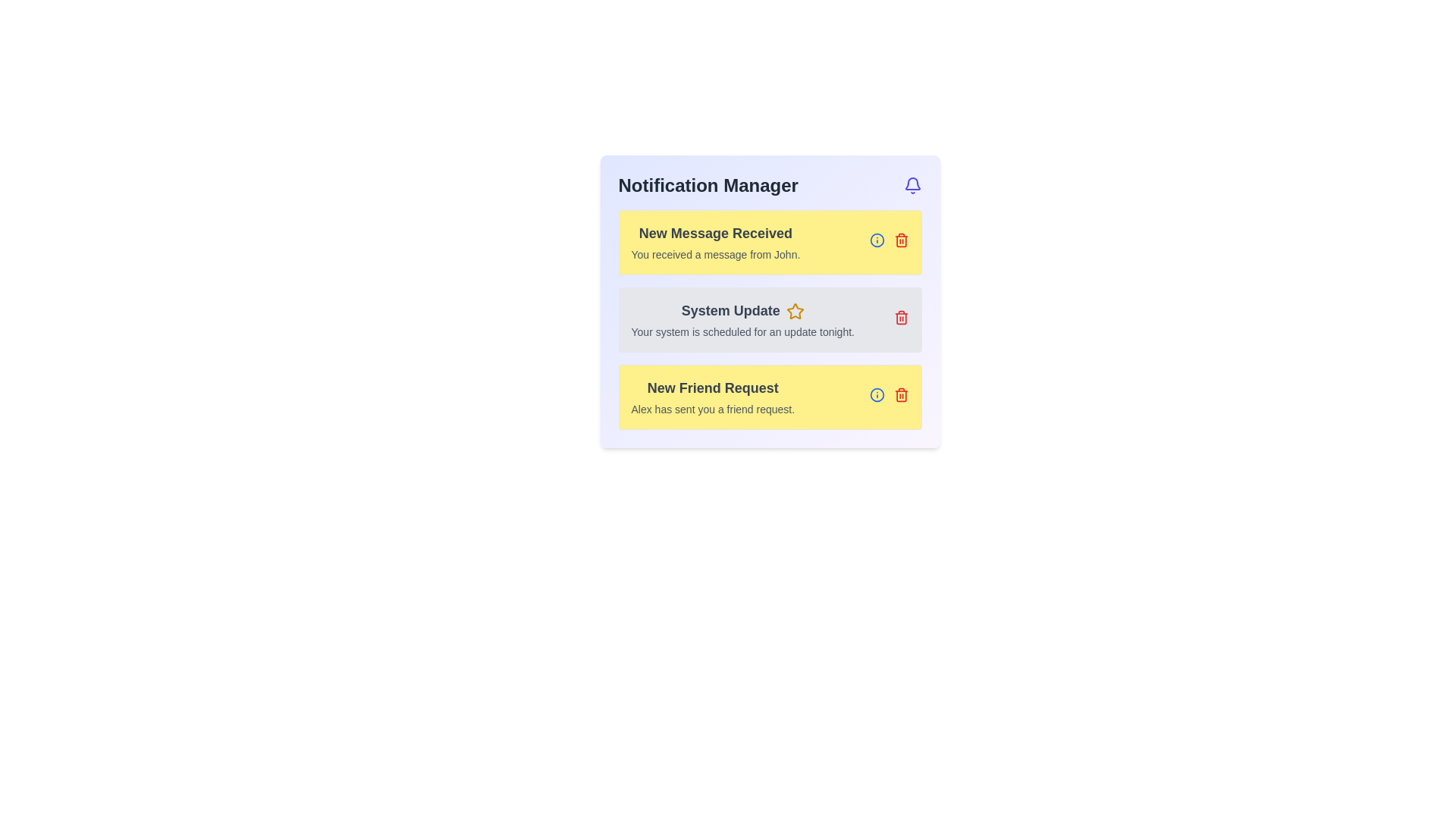 Image resolution: width=1456 pixels, height=819 pixels. What do you see at coordinates (712, 409) in the screenshot?
I see `notification message displayed in the text label informing the user about a friend request from Alex, located below the 'New Friend Request' header in the third notification card of the 'Notification Manager'` at bounding box center [712, 409].